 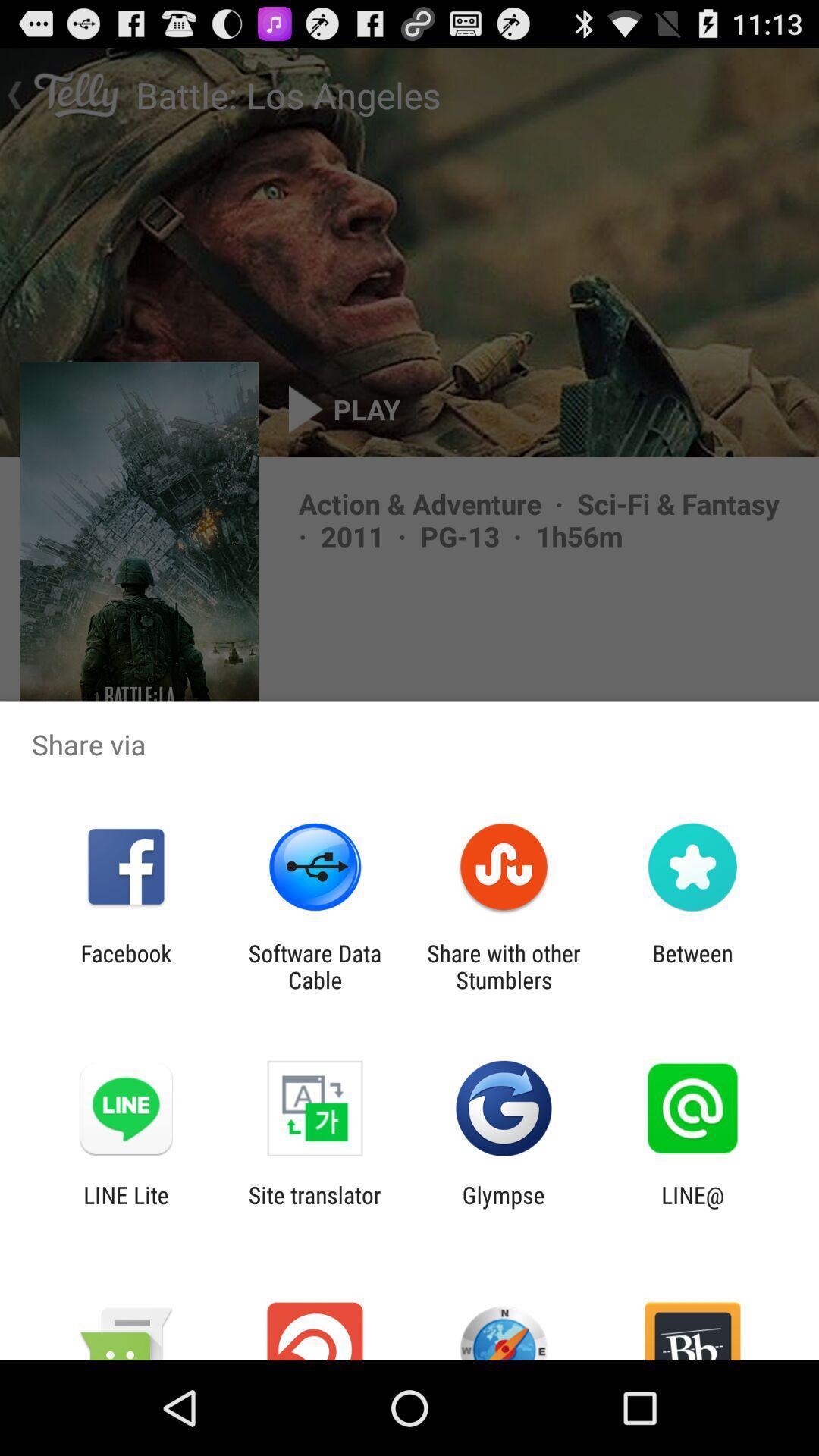 I want to click on the item to the right of software data cable app, so click(x=504, y=966).